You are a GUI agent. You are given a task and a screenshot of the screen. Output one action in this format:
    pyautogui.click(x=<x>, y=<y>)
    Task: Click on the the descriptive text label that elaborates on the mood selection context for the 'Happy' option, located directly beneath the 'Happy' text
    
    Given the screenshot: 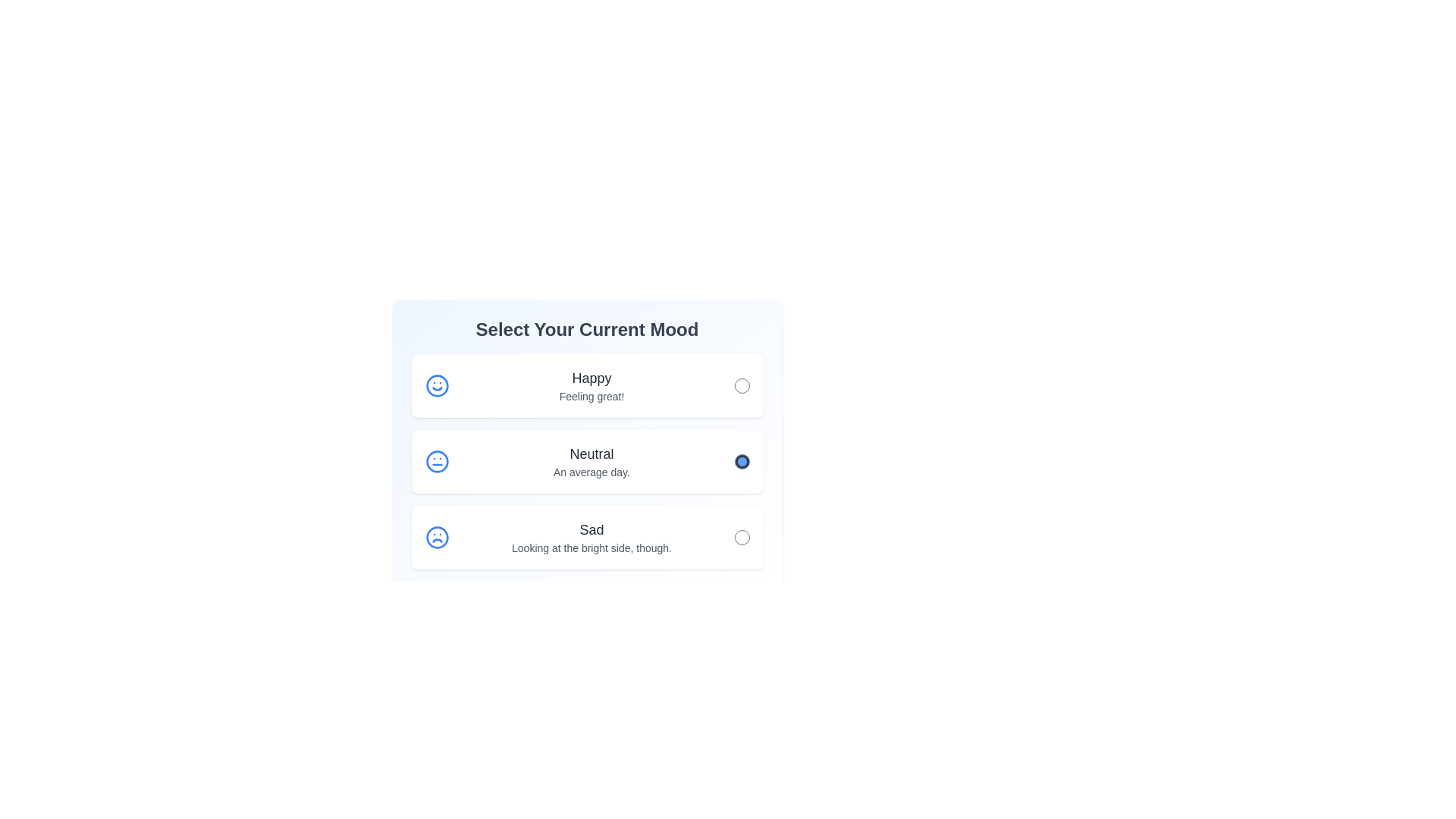 What is the action you would take?
    pyautogui.click(x=591, y=396)
    